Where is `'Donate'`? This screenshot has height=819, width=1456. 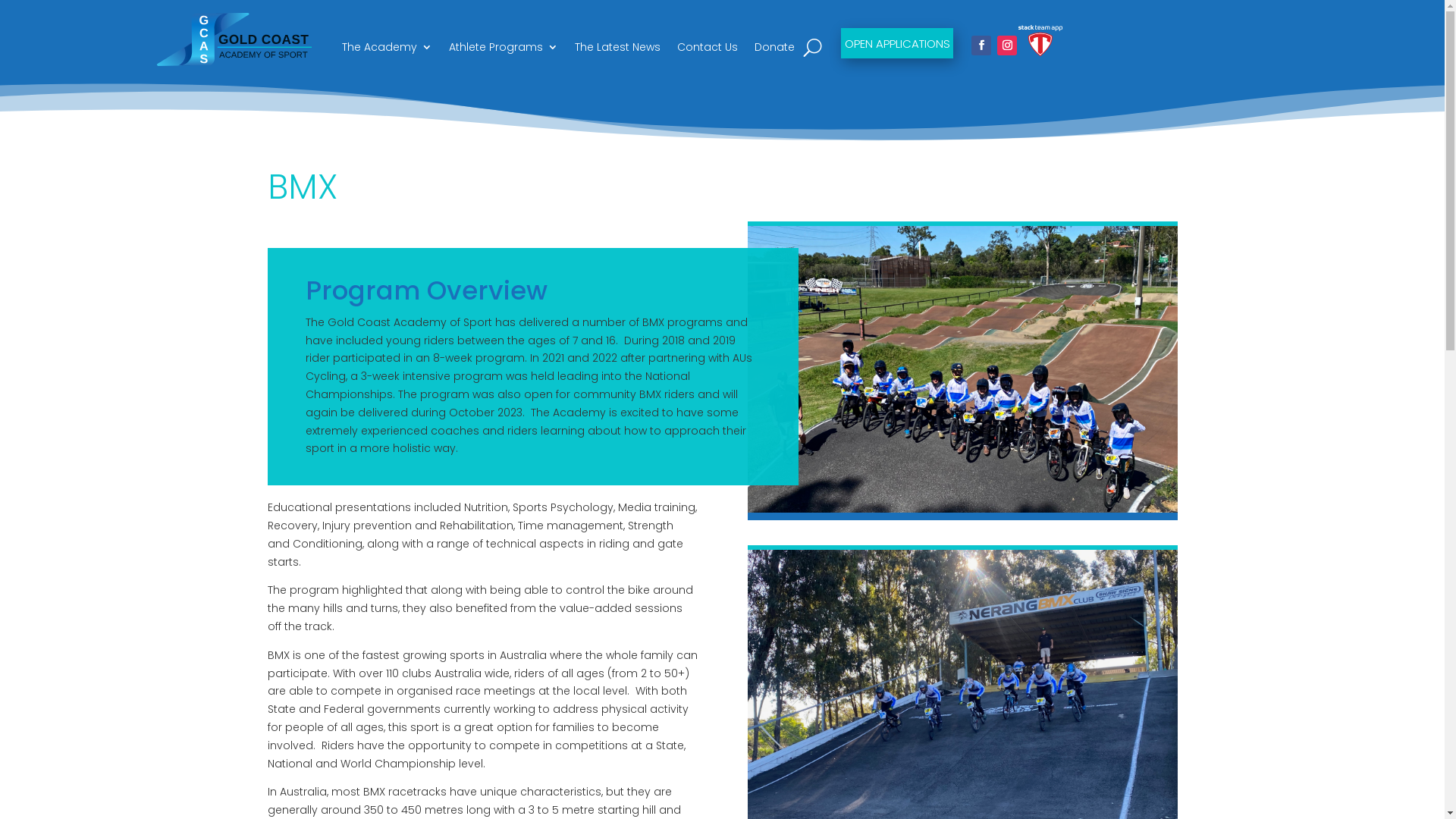 'Donate' is located at coordinates (754, 49).